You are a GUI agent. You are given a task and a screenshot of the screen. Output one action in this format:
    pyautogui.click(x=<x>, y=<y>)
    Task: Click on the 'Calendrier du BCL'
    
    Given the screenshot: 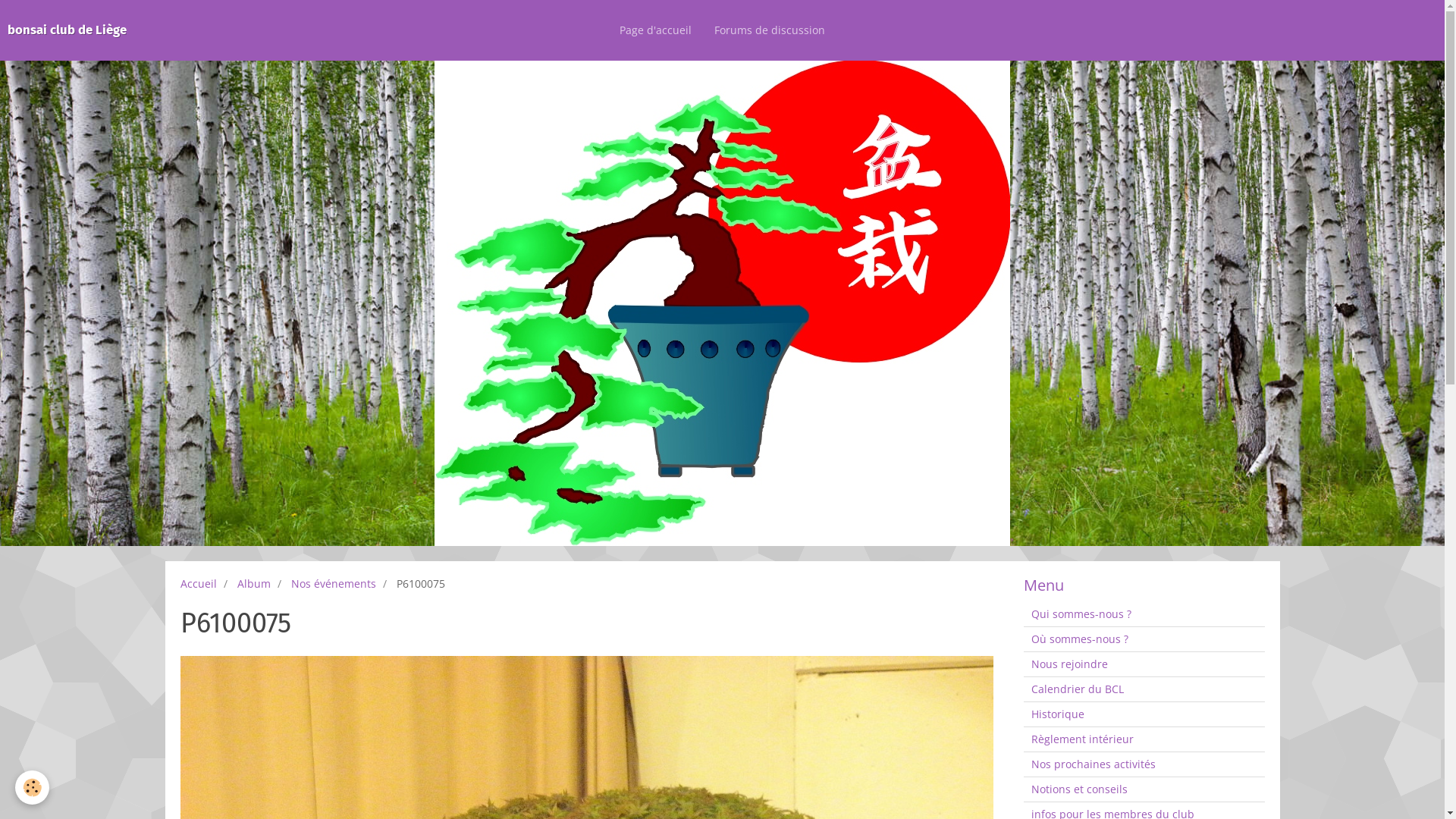 What is the action you would take?
    pyautogui.click(x=1144, y=689)
    